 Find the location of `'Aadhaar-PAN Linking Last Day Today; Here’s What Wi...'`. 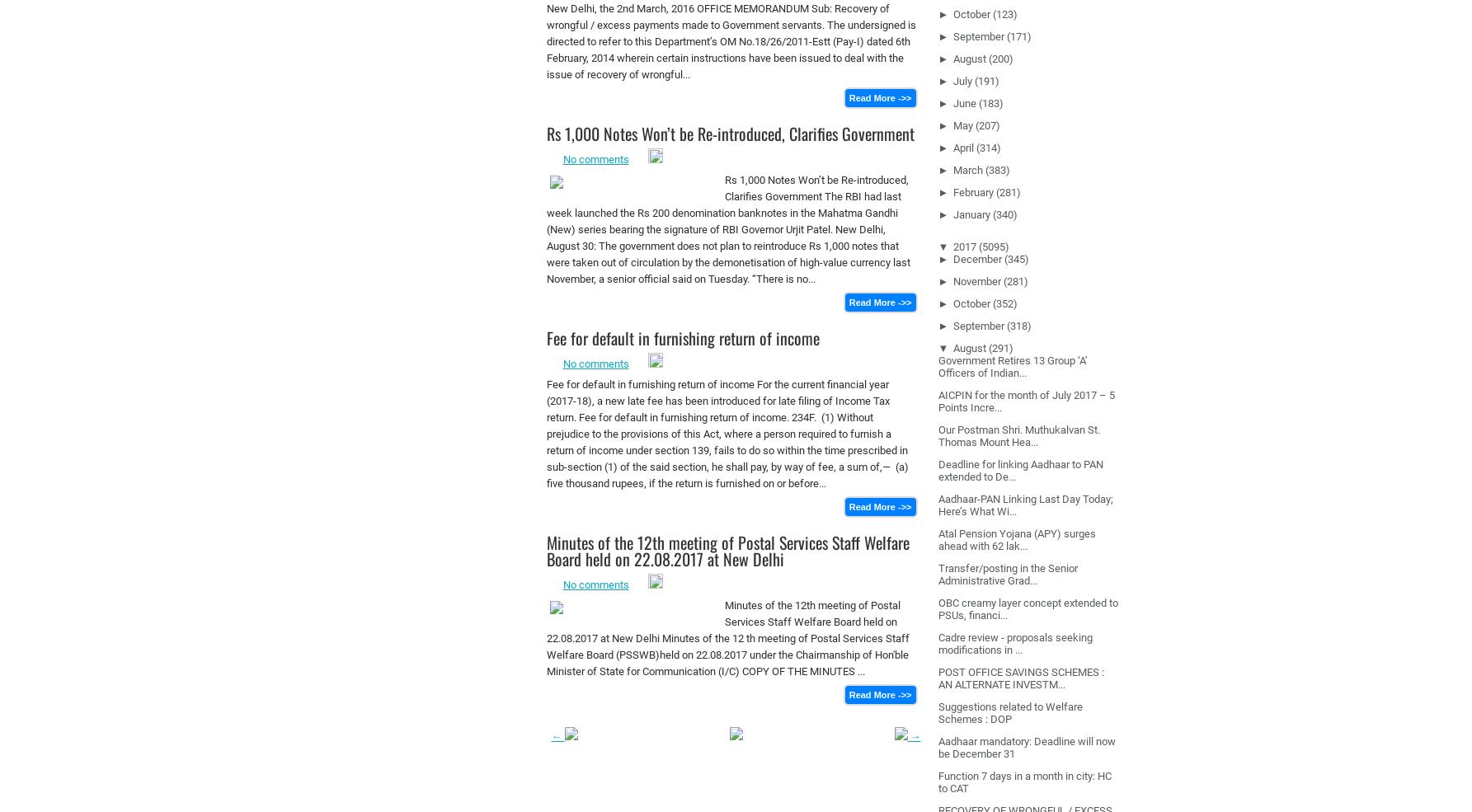

'Aadhaar-PAN Linking Last Day Today; Here’s What Wi...' is located at coordinates (938, 503).